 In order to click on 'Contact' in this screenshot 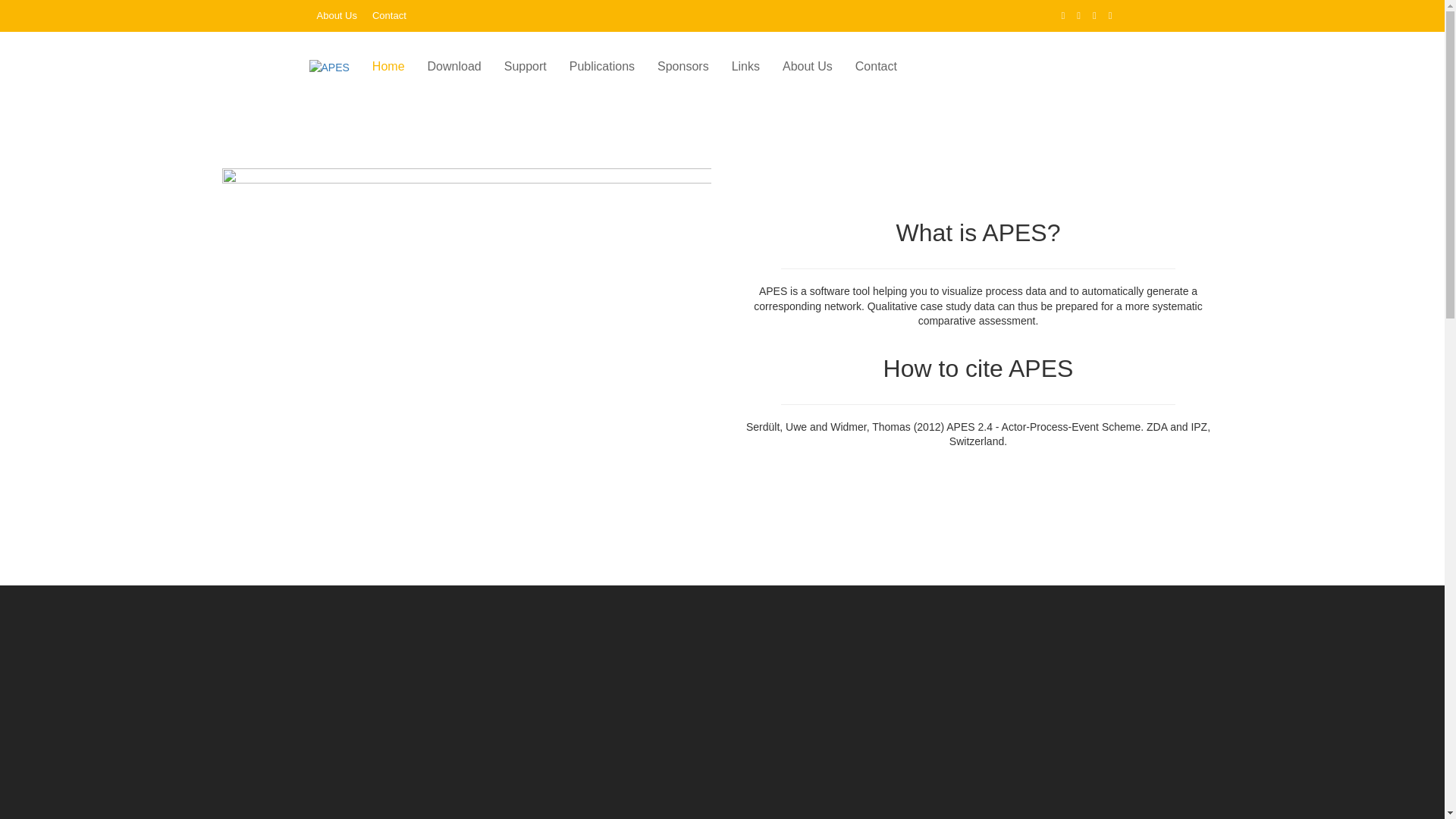, I will do `click(372, 15)`.